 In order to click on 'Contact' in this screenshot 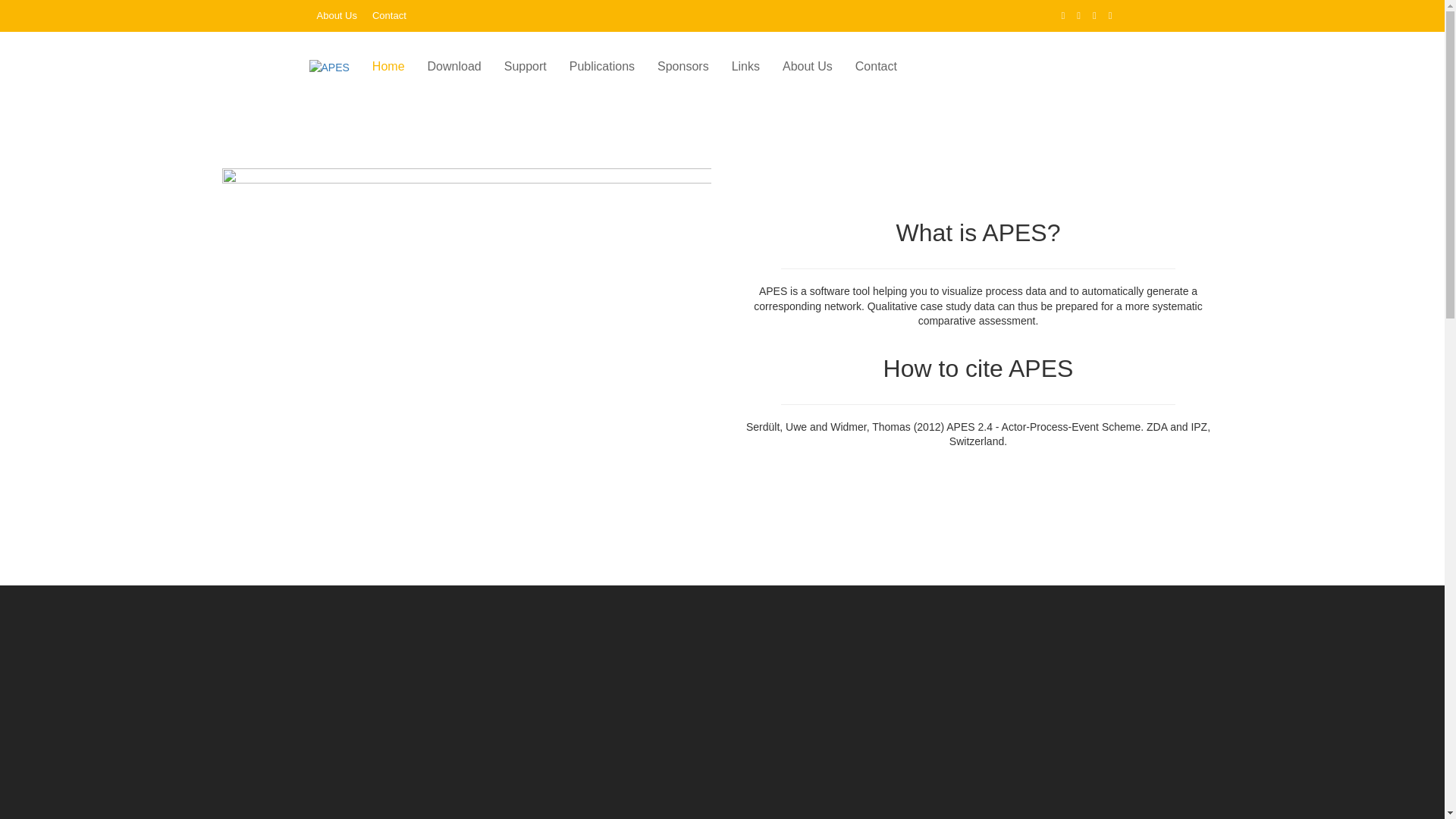, I will do `click(372, 15)`.